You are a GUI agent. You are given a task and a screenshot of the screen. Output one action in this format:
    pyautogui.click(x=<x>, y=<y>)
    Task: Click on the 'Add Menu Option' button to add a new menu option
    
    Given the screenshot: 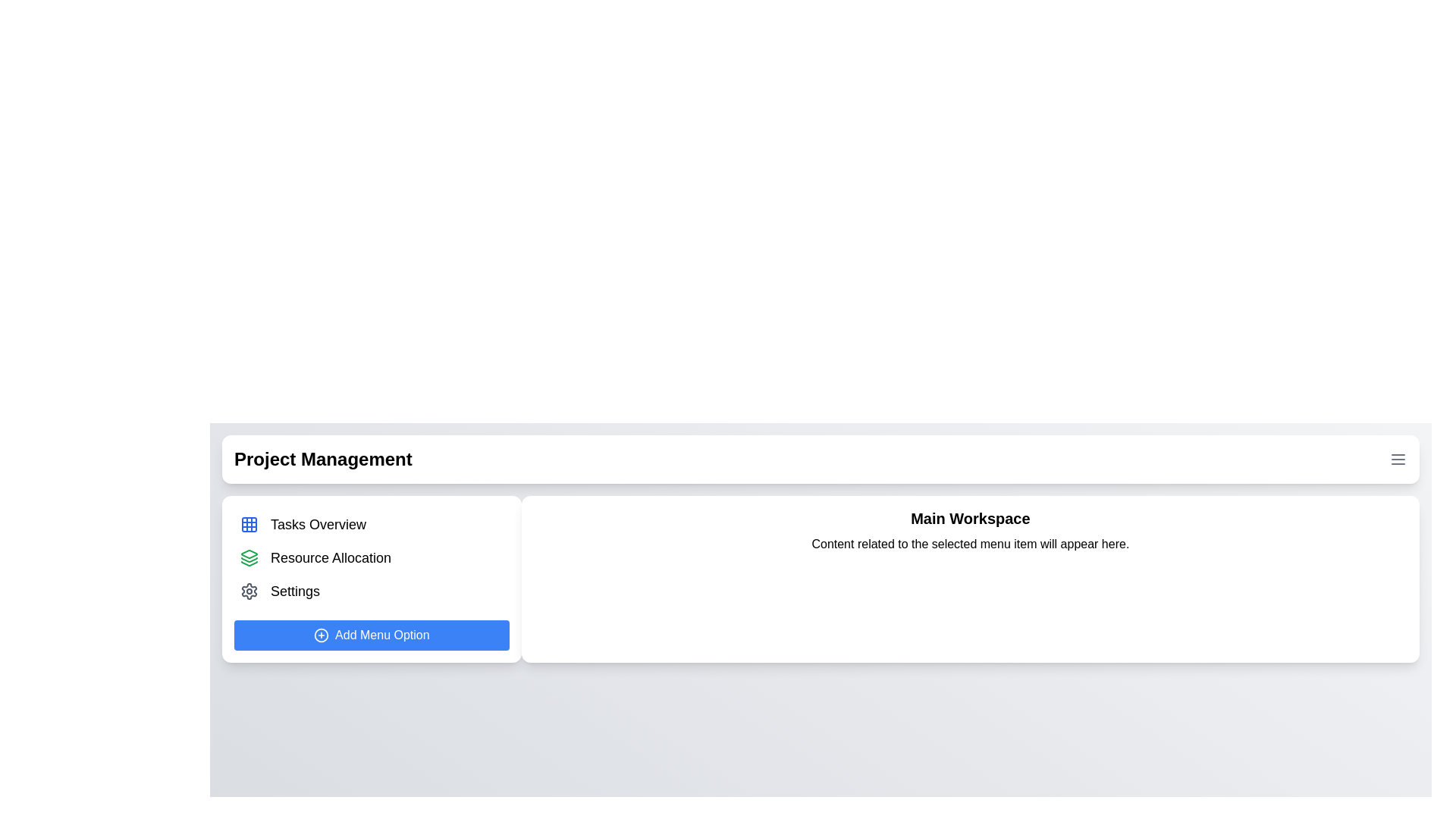 What is the action you would take?
    pyautogui.click(x=371, y=635)
    